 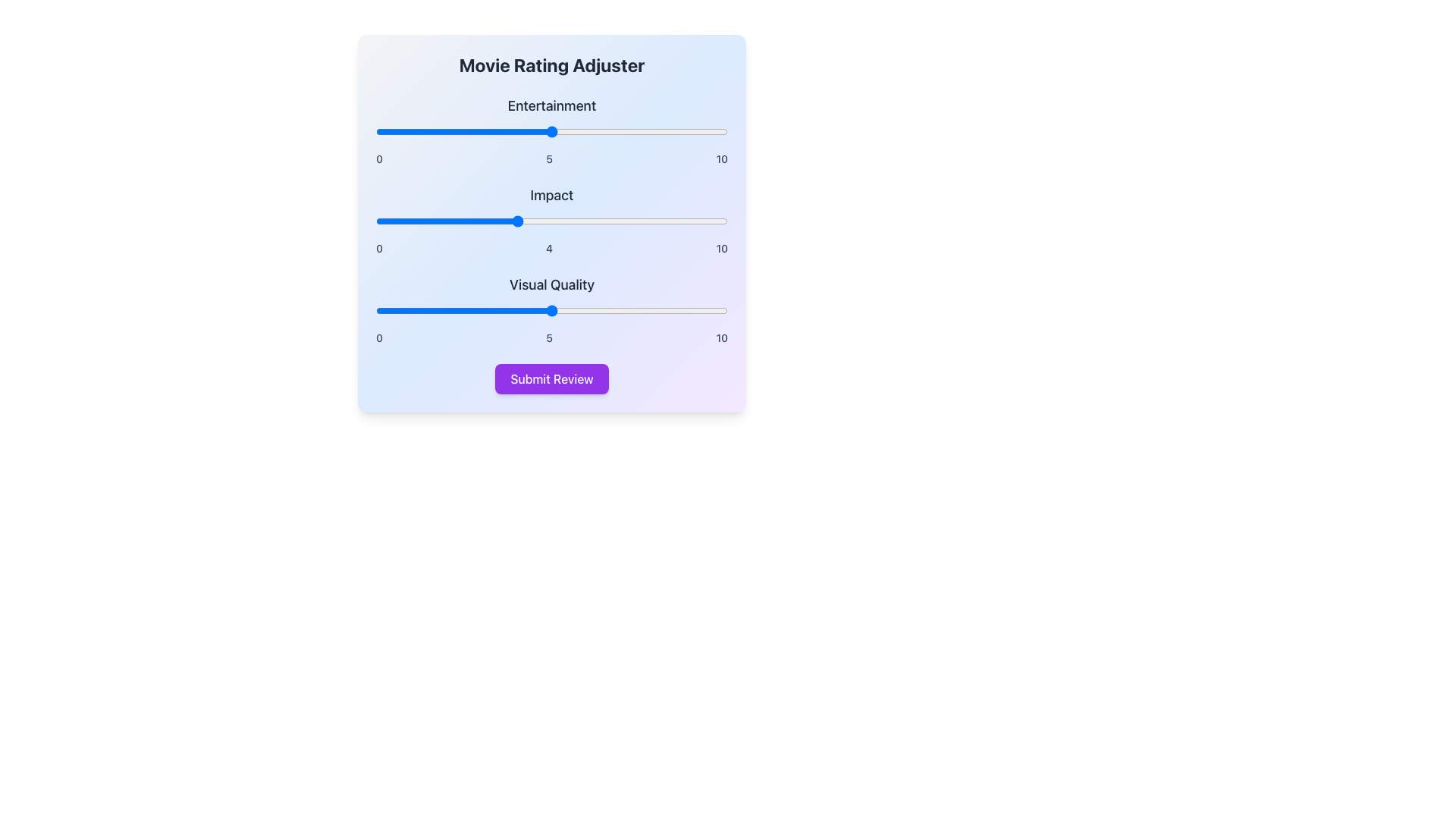 I want to click on the entertainment value, so click(x=586, y=130).